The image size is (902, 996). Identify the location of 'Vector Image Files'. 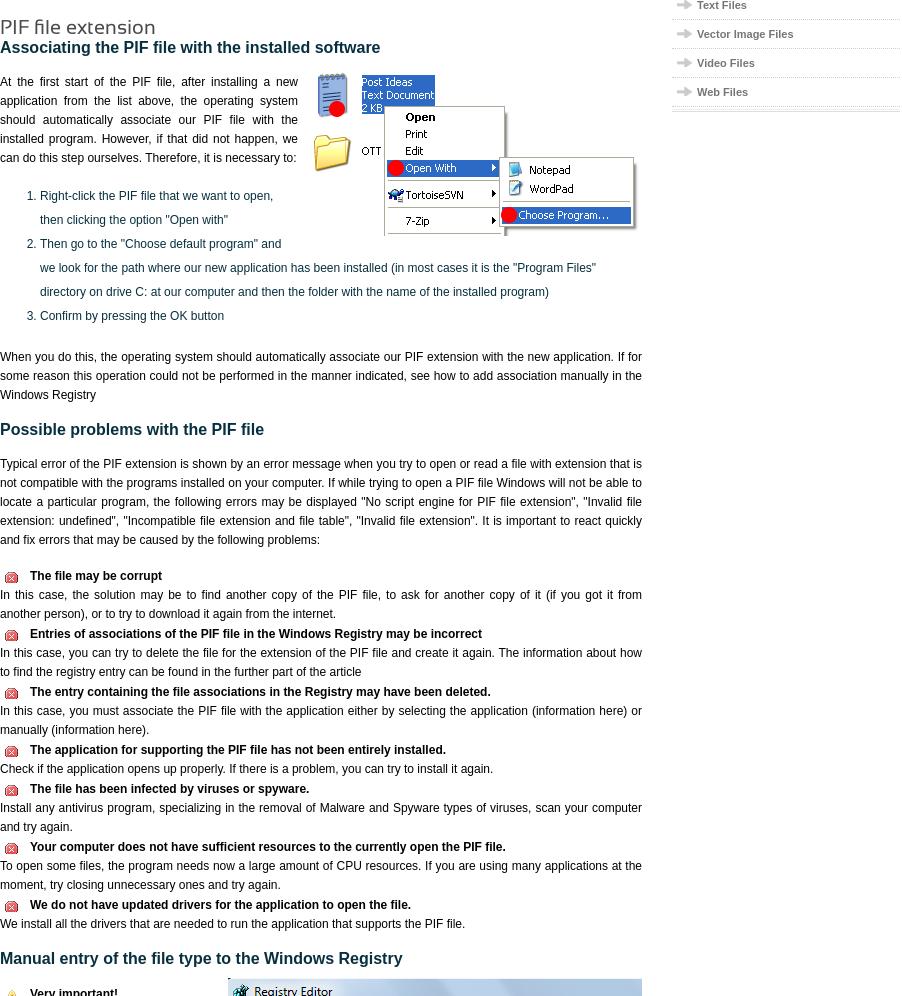
(696, 33).